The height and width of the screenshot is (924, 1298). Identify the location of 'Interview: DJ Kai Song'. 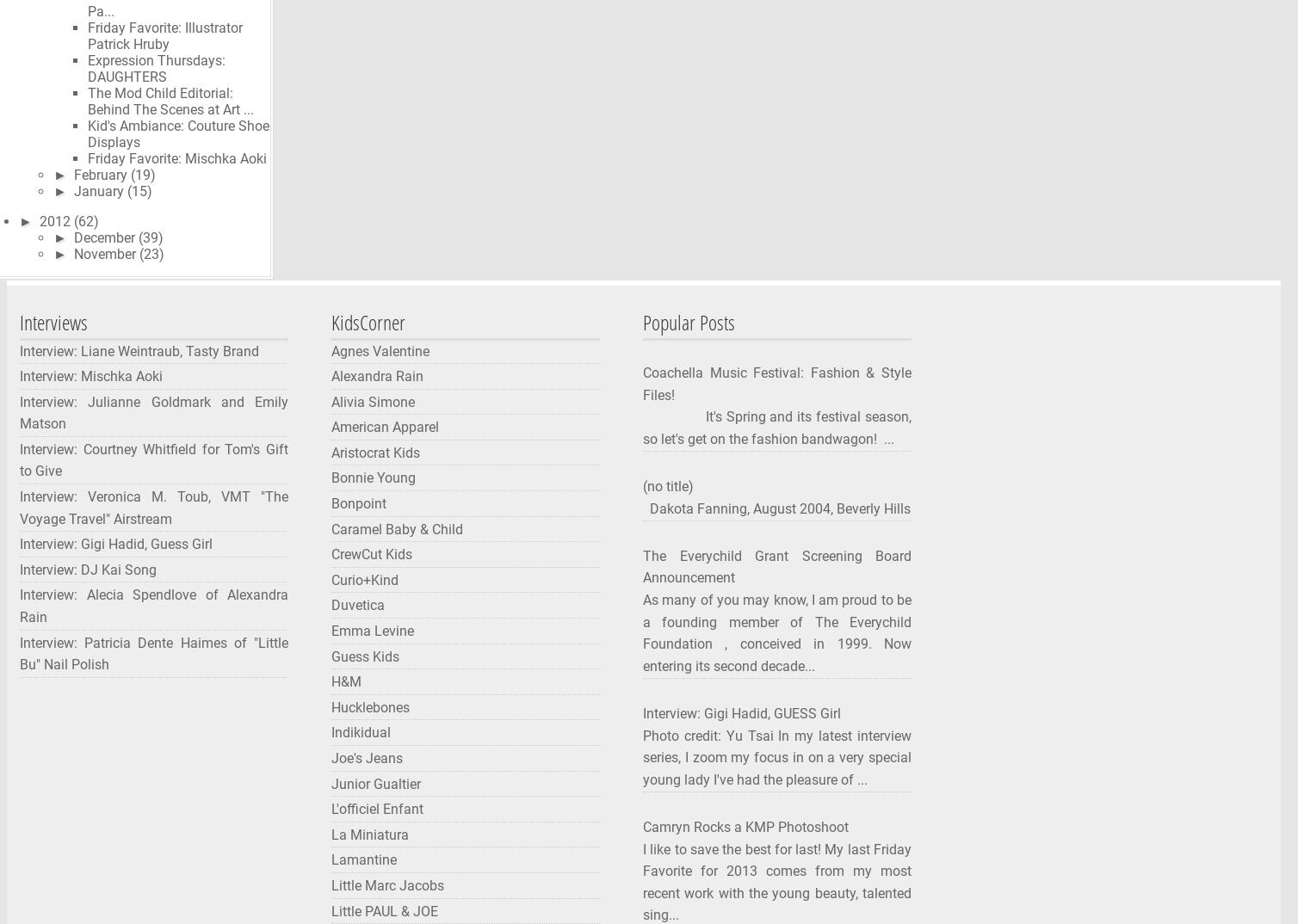
(20, 568).